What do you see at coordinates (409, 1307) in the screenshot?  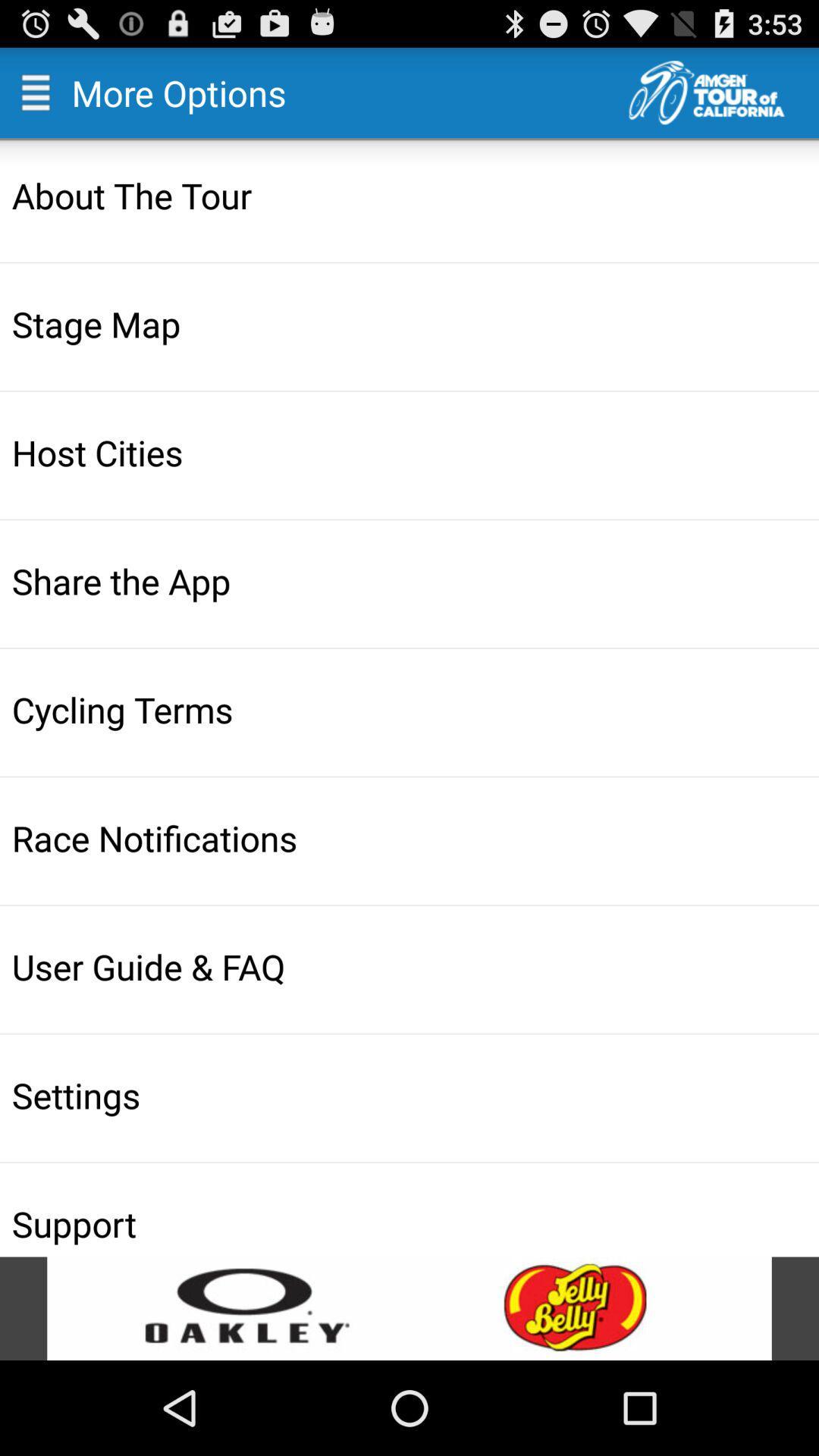 I see `amgen tour of california is supported by oakley and jelly belly` at bounding box center [409, 1307].